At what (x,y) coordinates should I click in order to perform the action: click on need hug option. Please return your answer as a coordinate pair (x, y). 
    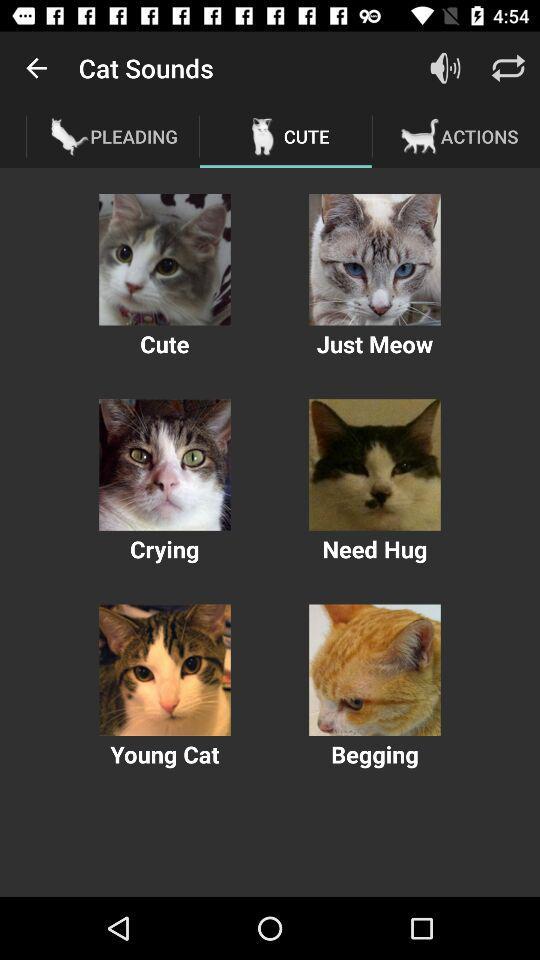
    Looking at the image, I should click on (374, 465).